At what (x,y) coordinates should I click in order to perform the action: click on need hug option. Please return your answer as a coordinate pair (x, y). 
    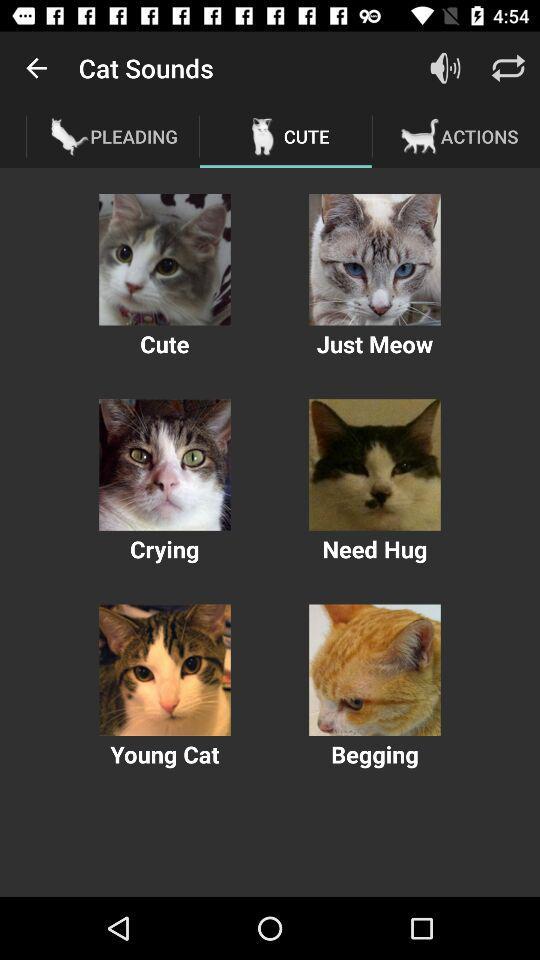
    Looking at the image, I should click on (374, 465).